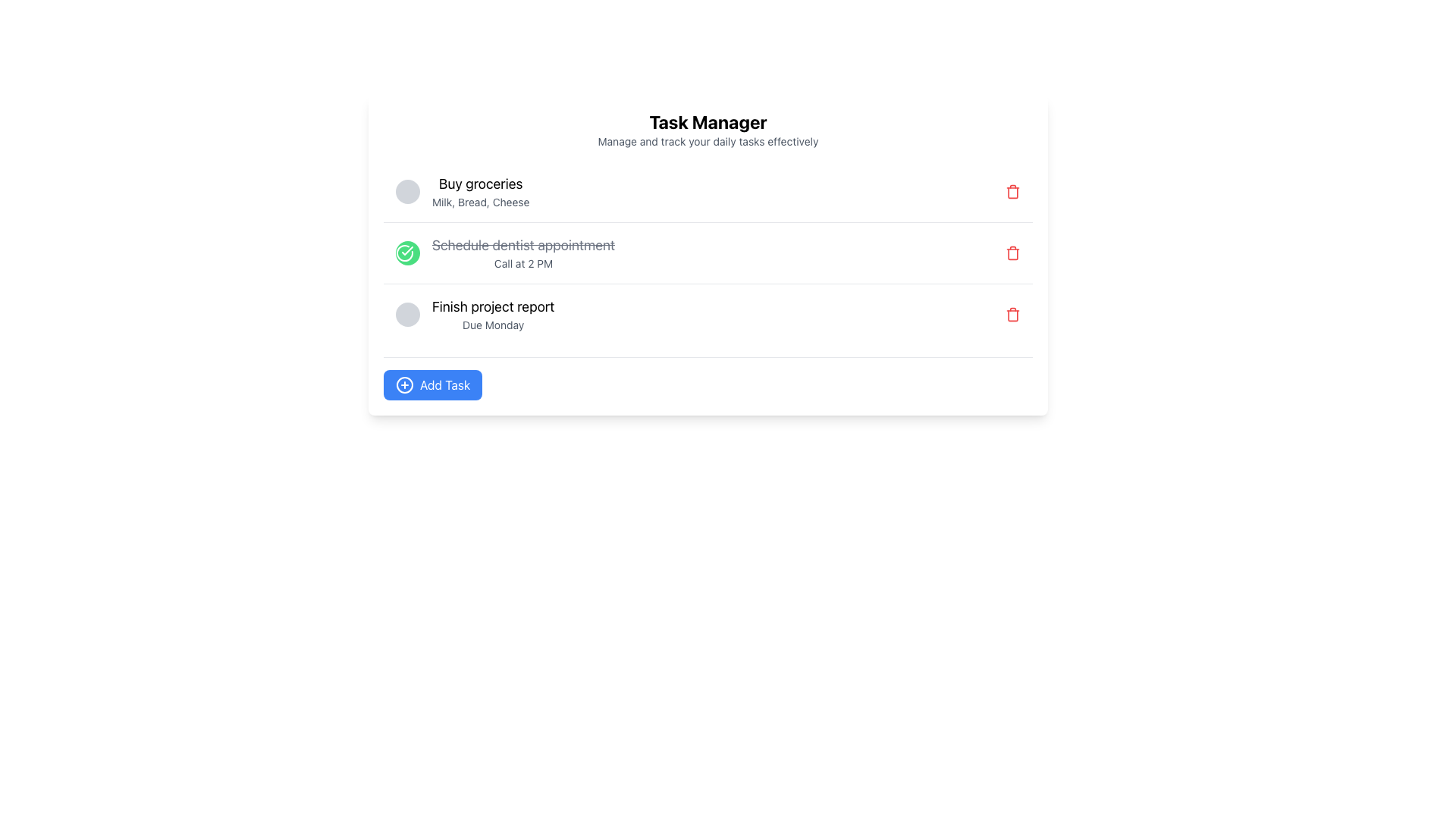 Image resolution: width=1456 pixels, height=819 pixels. I want to click on text label displaying 'Due Monday' located directly beneath the task title 'Finish project report' in the task list interface, so click(493, 324).